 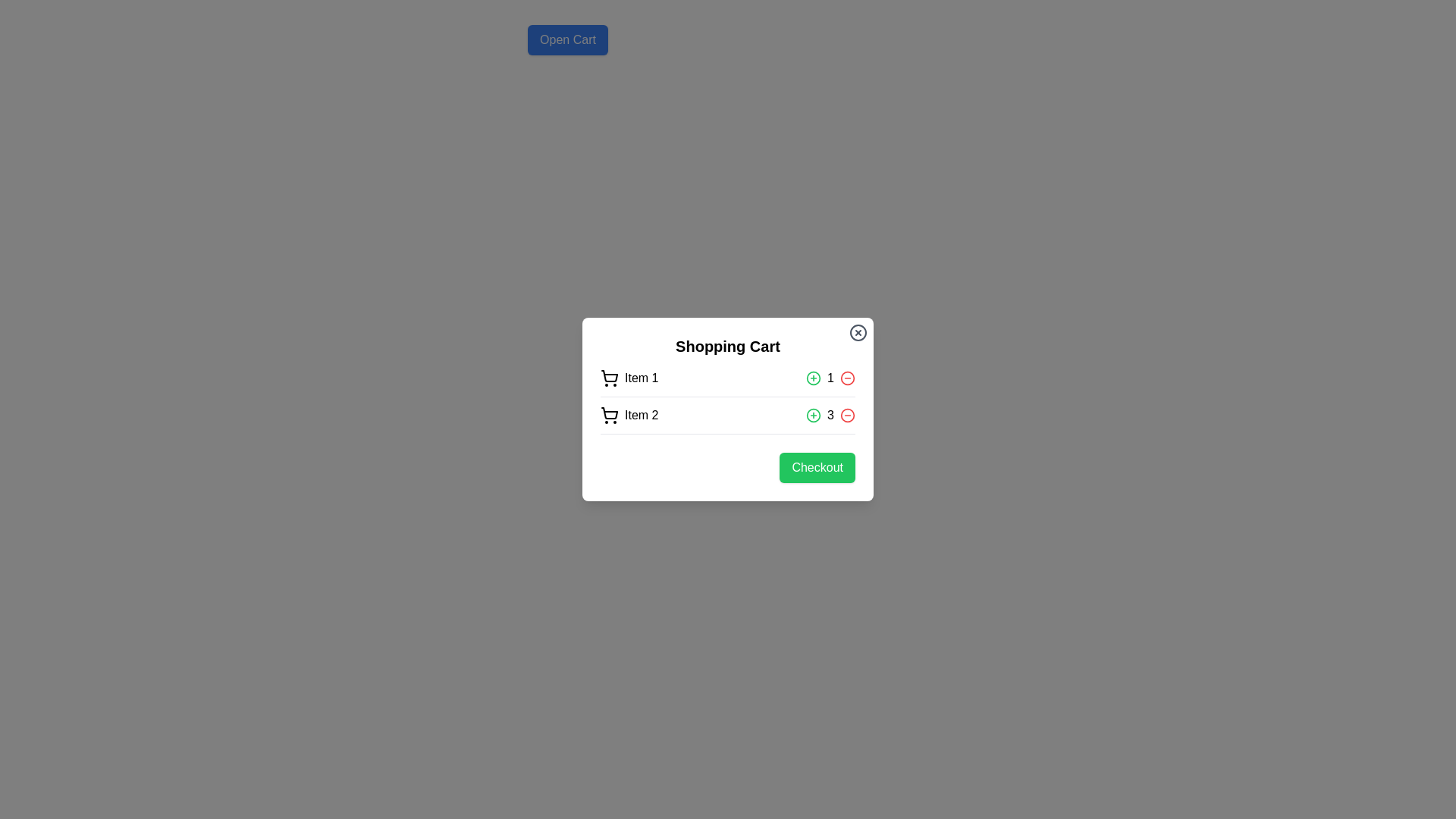 What do you see at coordinates (830, 415) in the screenshot?
I see `the static text element indicating the current quantity of 'Item 2' in the shopping cart, which is the third item in the quantity control group` at bounding box center [830, 415].